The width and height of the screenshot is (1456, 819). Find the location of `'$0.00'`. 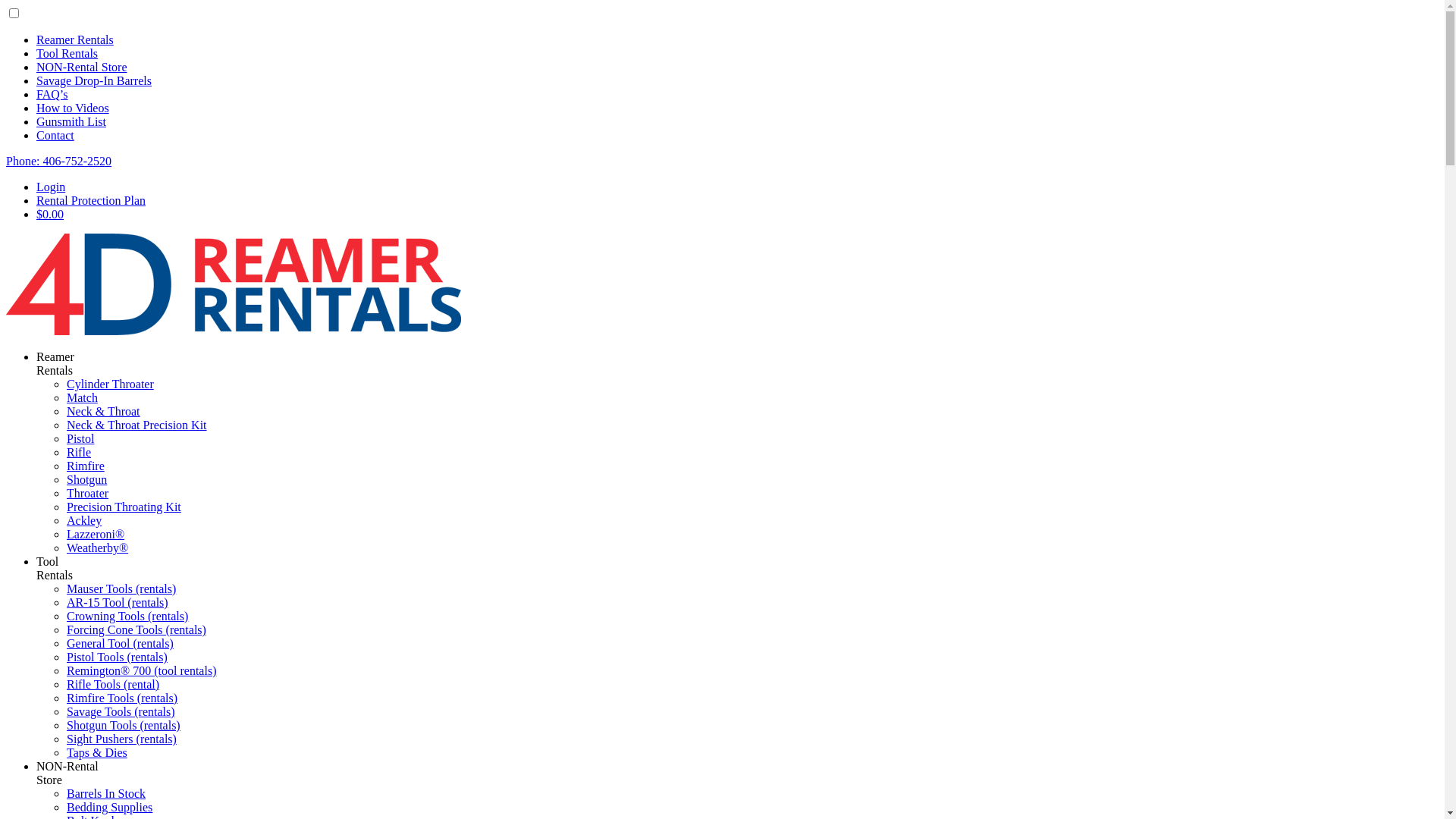

'$0.00' is located at coordinates (50, 214).